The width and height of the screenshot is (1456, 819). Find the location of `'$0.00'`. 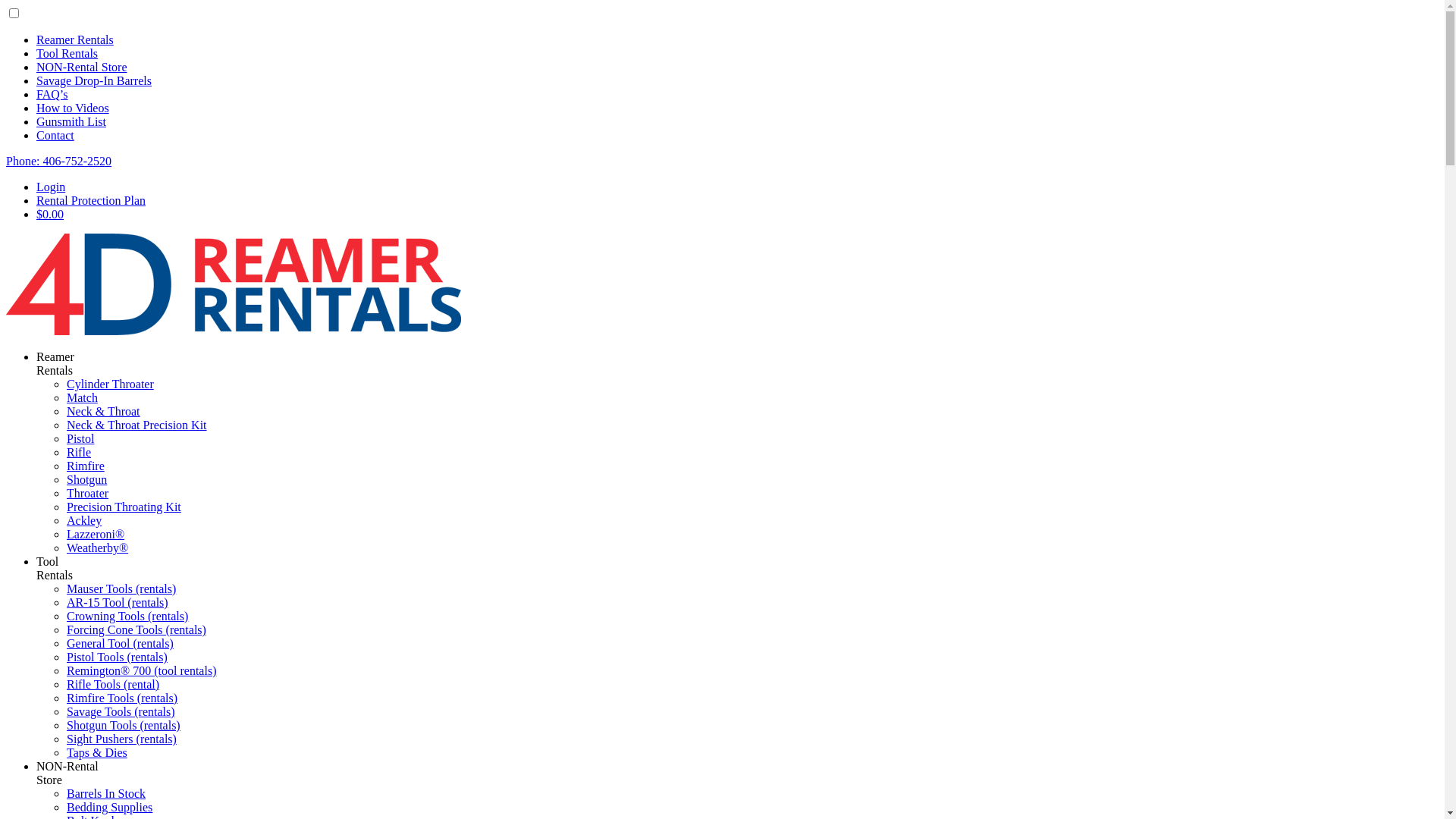

'$0.00' is located at coordinates (50, 214).